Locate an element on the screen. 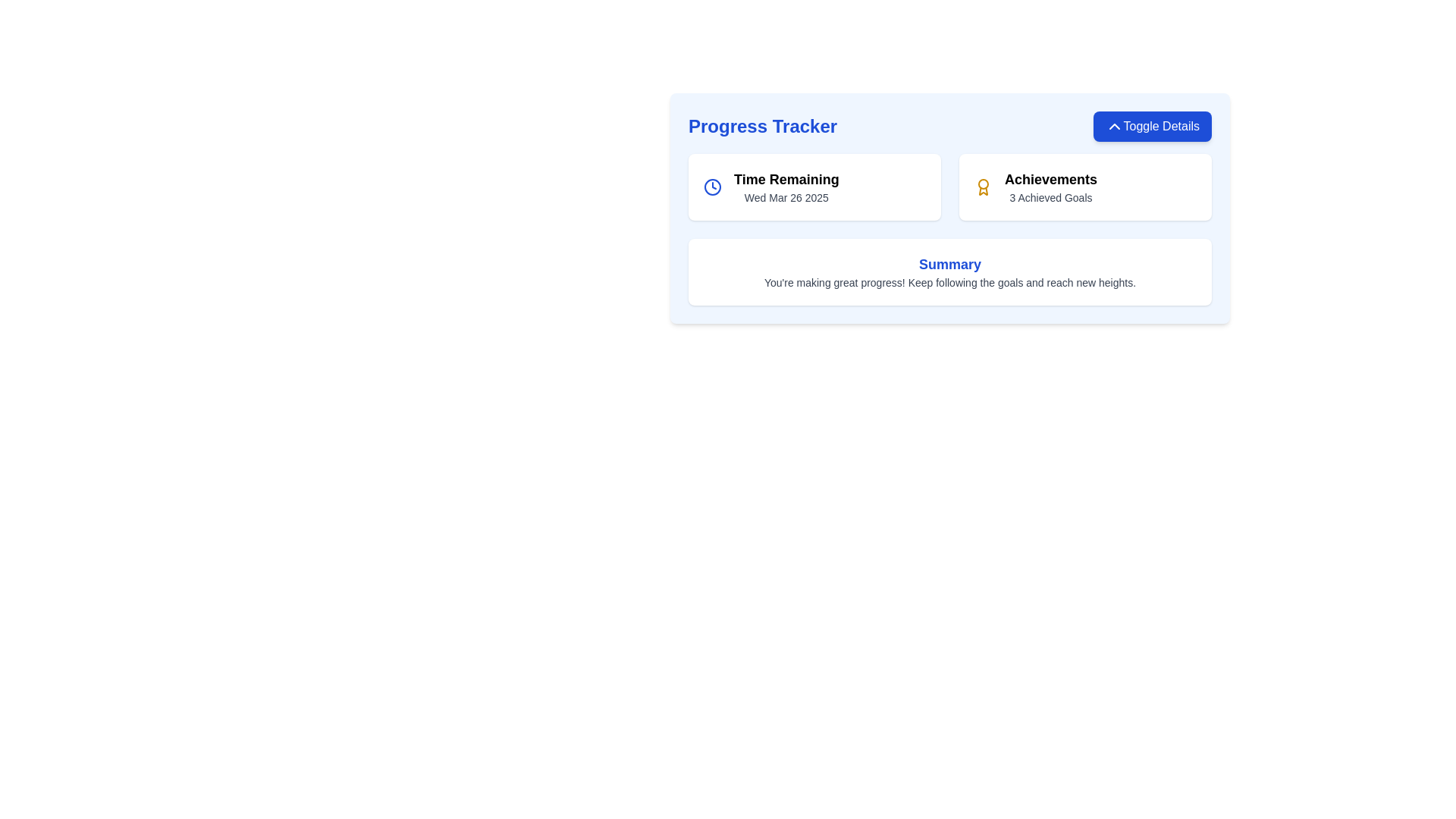 This screenshot has width=1456, height=819. the Informational text section that displays 'Achievements' and '3 Achieved Goals' within a rectangular white card in the upper-right section of the Progress Tracker interface is located at coordinates (1050, 186).